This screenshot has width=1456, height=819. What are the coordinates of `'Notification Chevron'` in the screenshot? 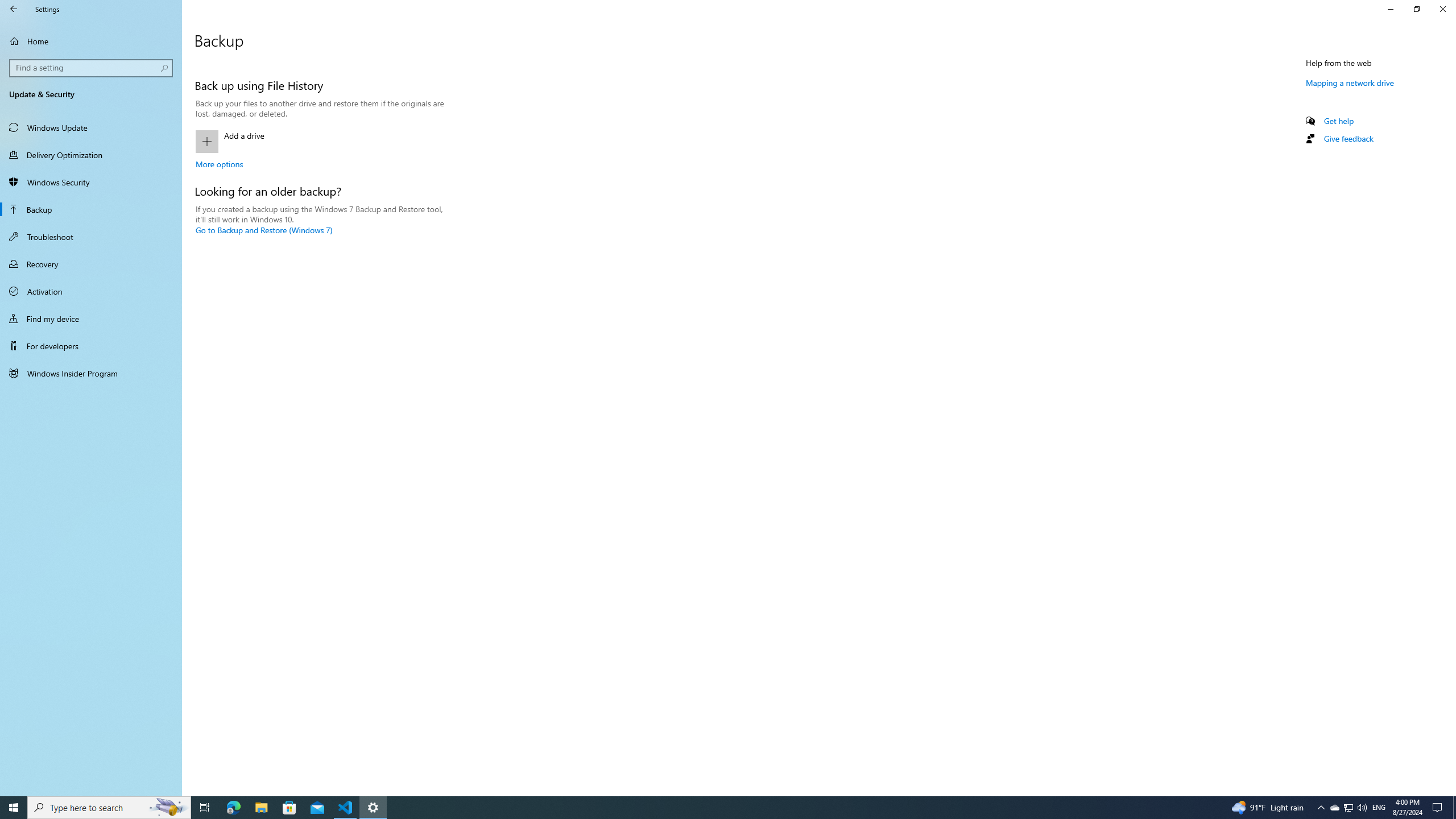 It's located at (1321, 806).